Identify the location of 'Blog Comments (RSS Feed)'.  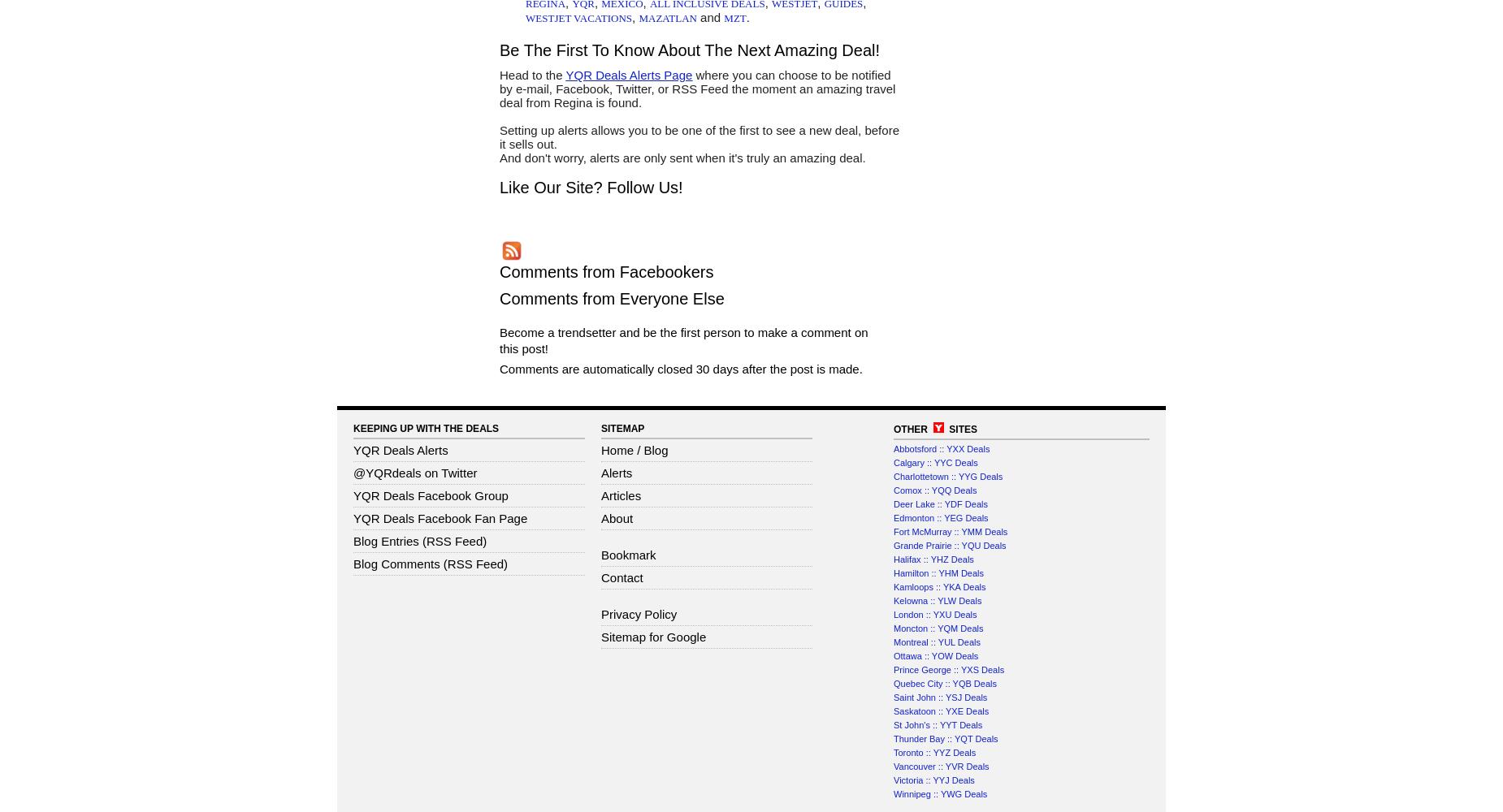
(431, 563).